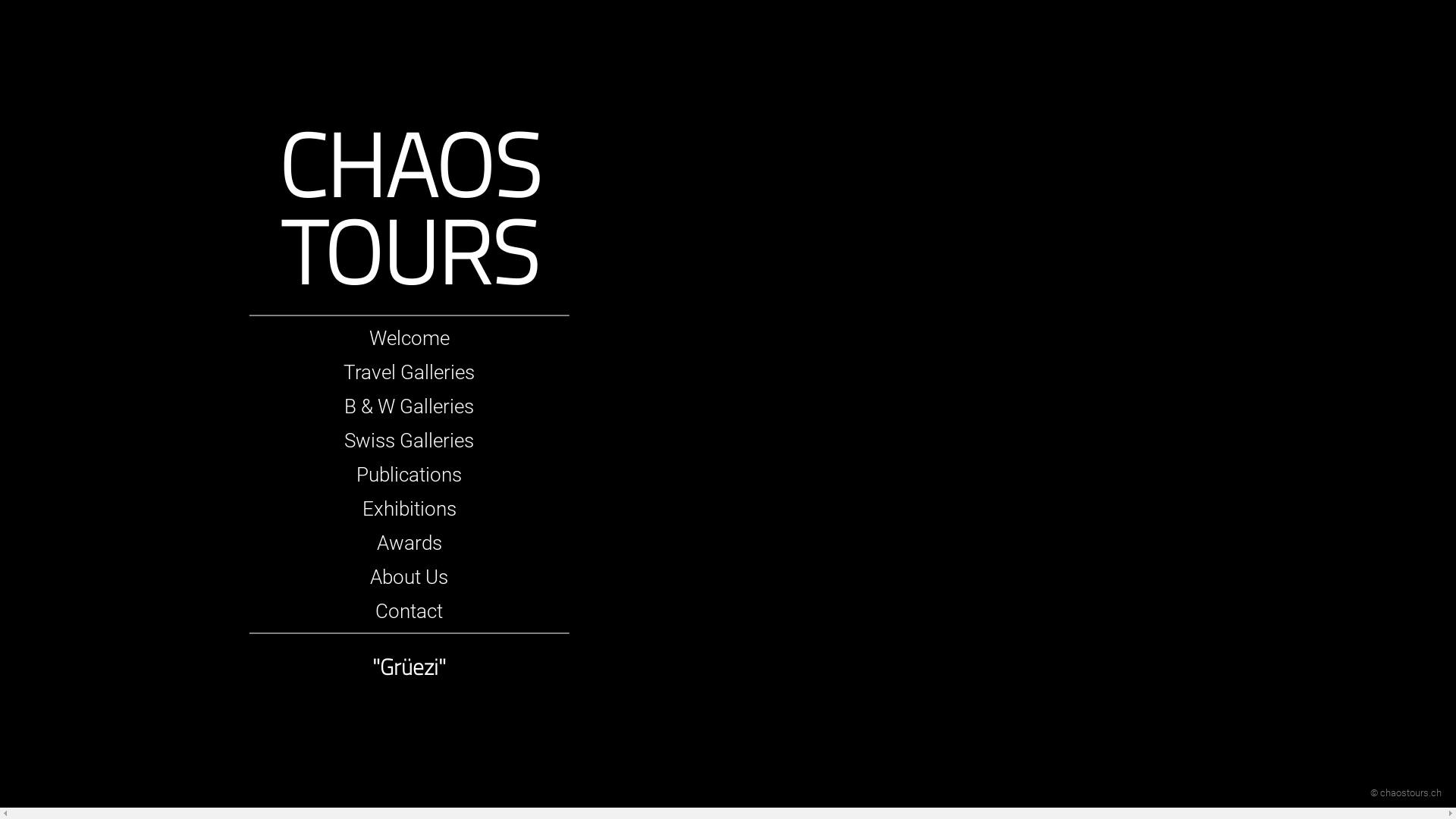 The height and width of the screenshot is (819, 1456). I want to click on 'Contact', so click(375, 610).